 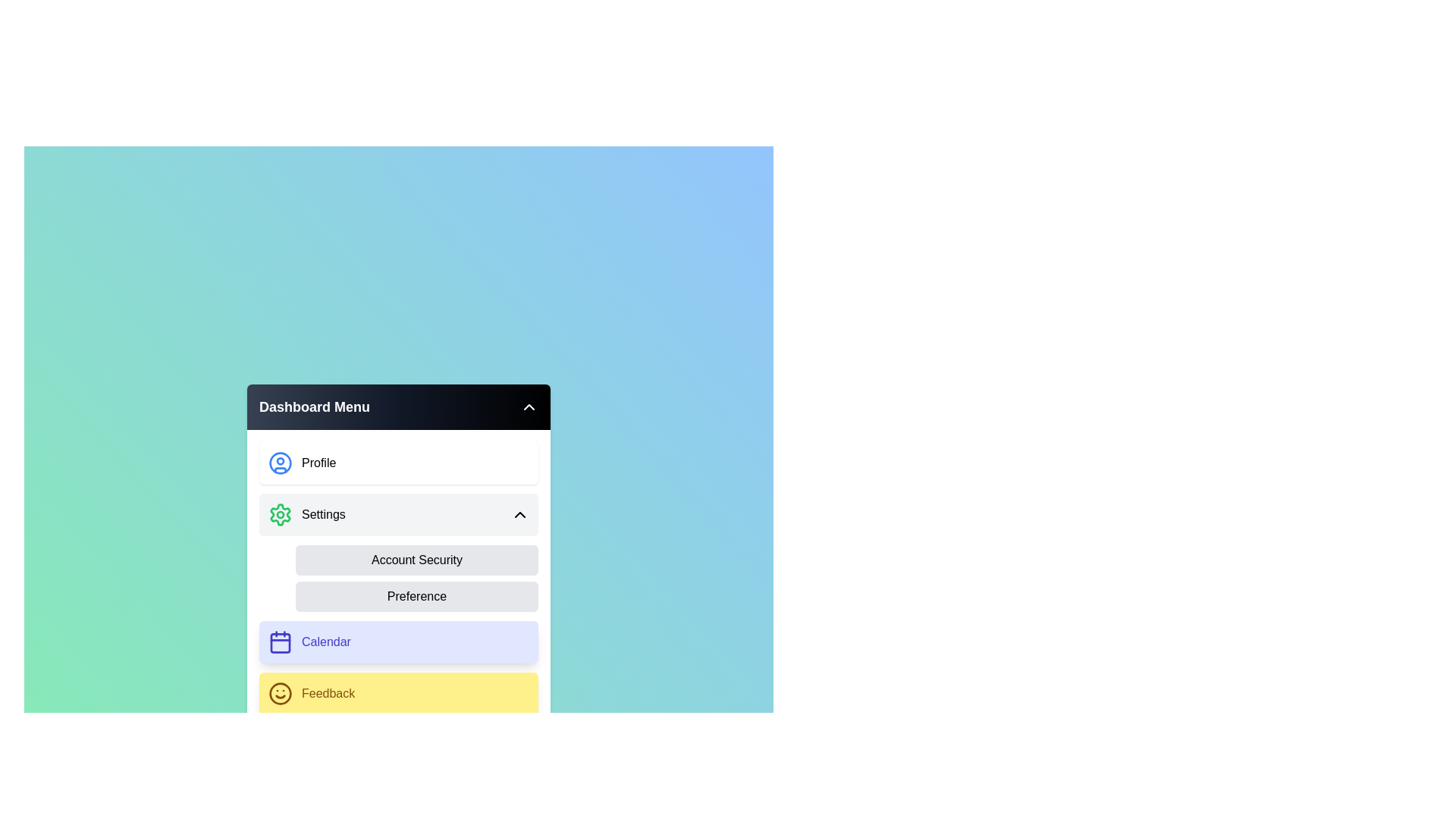 What do you see at coordinates (322, 513) in the screenshot?
I see `the text label reading 'Settings'` at bounding box center [322, 513].